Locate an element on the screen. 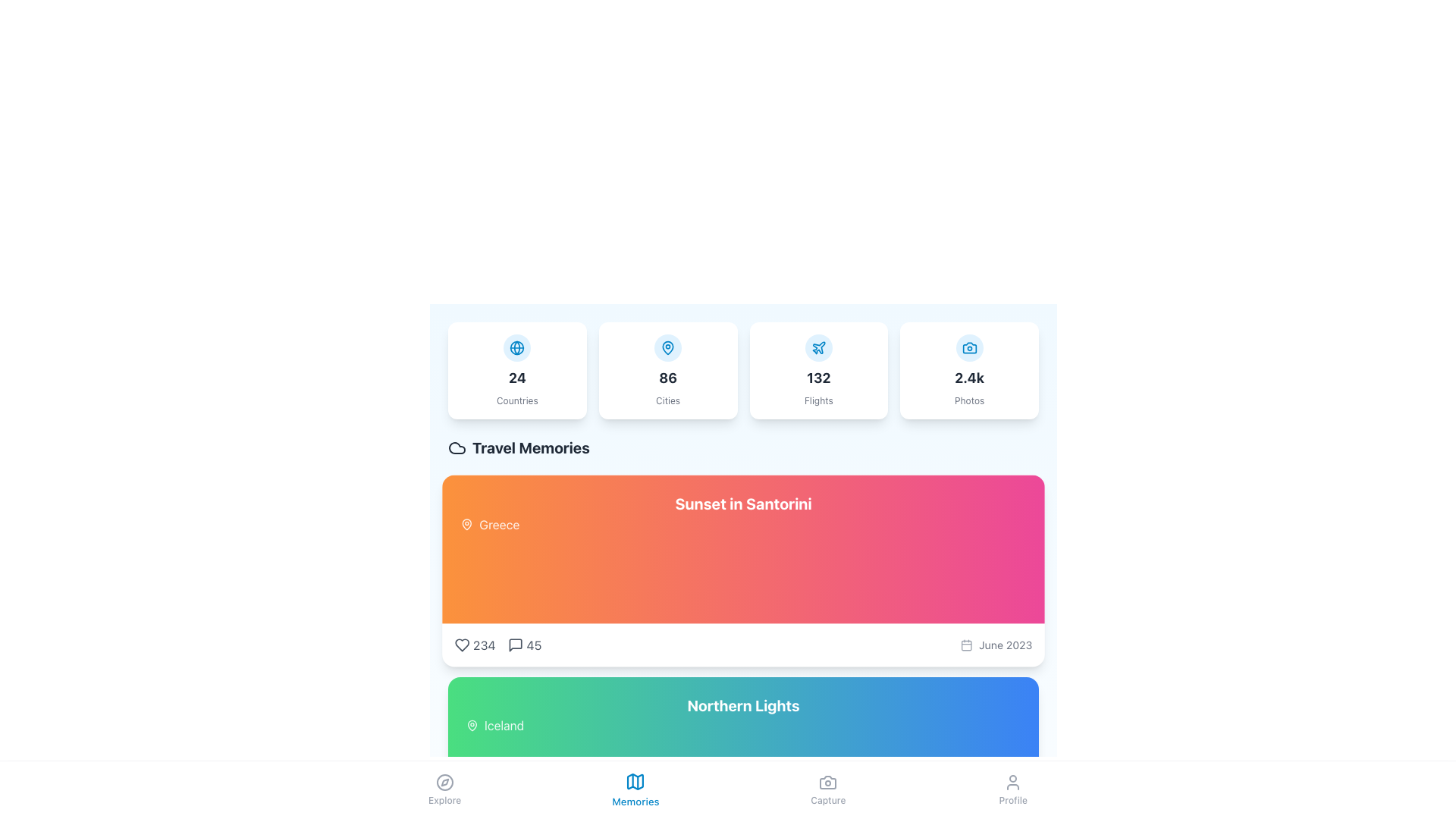  the Informational Card displaying the blue circular plane icon, bold number '132', and gray label 'Flights', located in the third position of the grid is located at coordinates (817, 371).